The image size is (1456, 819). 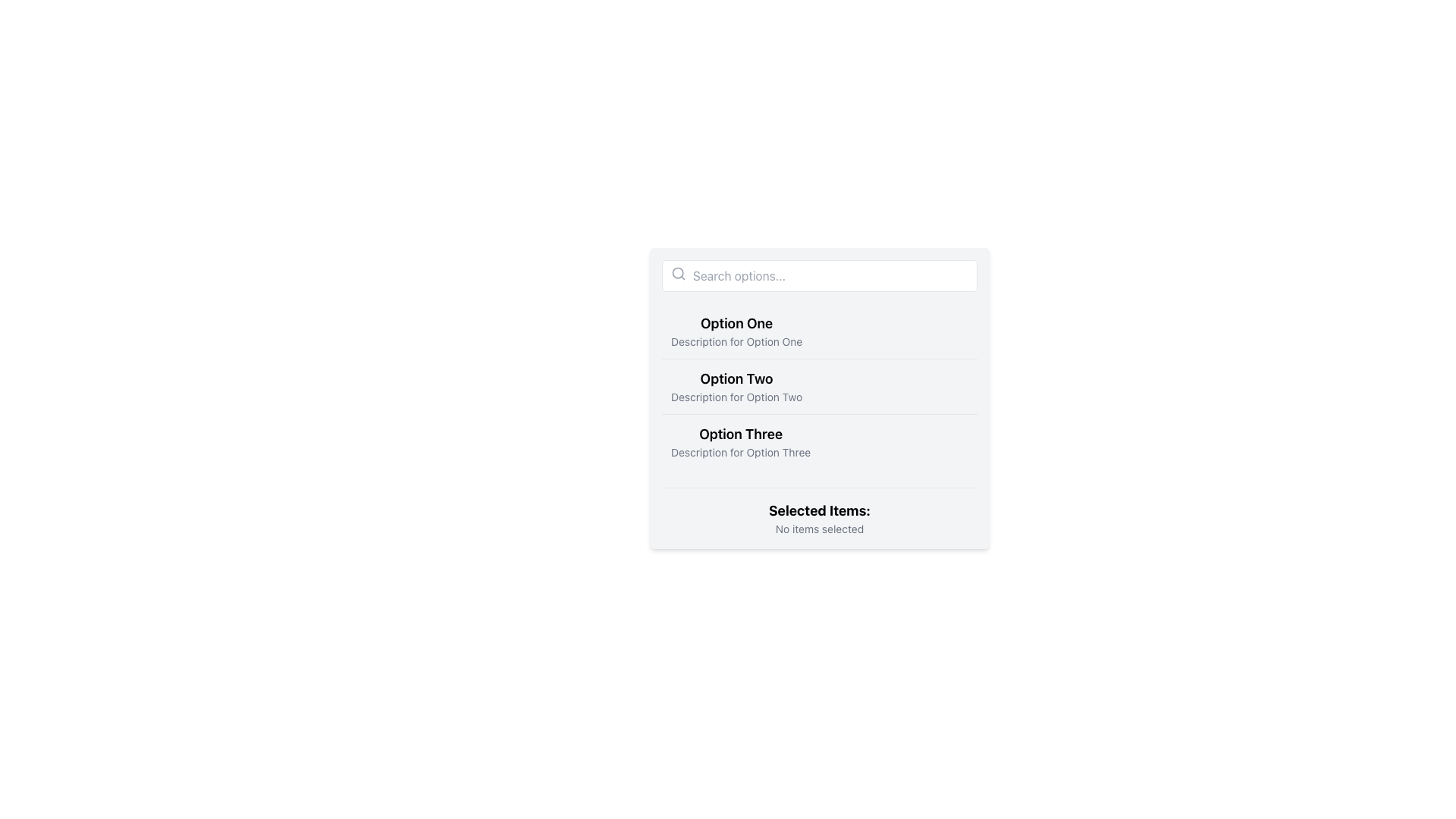 I want to click on the text label displaying 'No items selected', which is located beneath the label 'Selected Items:' and styled in small gray font, so click(x=818, y=529).